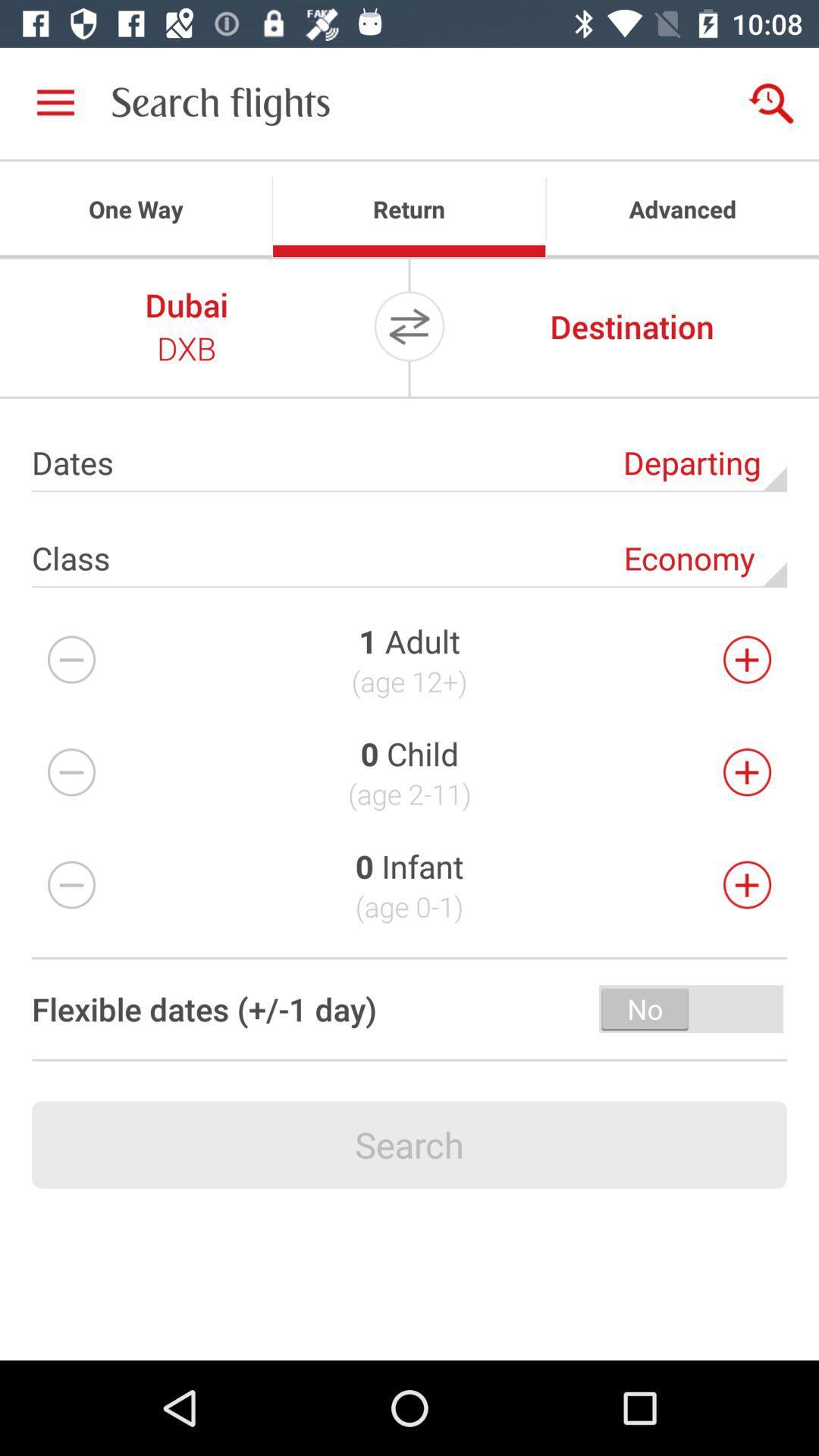  What do you see at coordinates (71, 884) in the screenshot?
I see `the minus icon` at bounding box center [71, 884].